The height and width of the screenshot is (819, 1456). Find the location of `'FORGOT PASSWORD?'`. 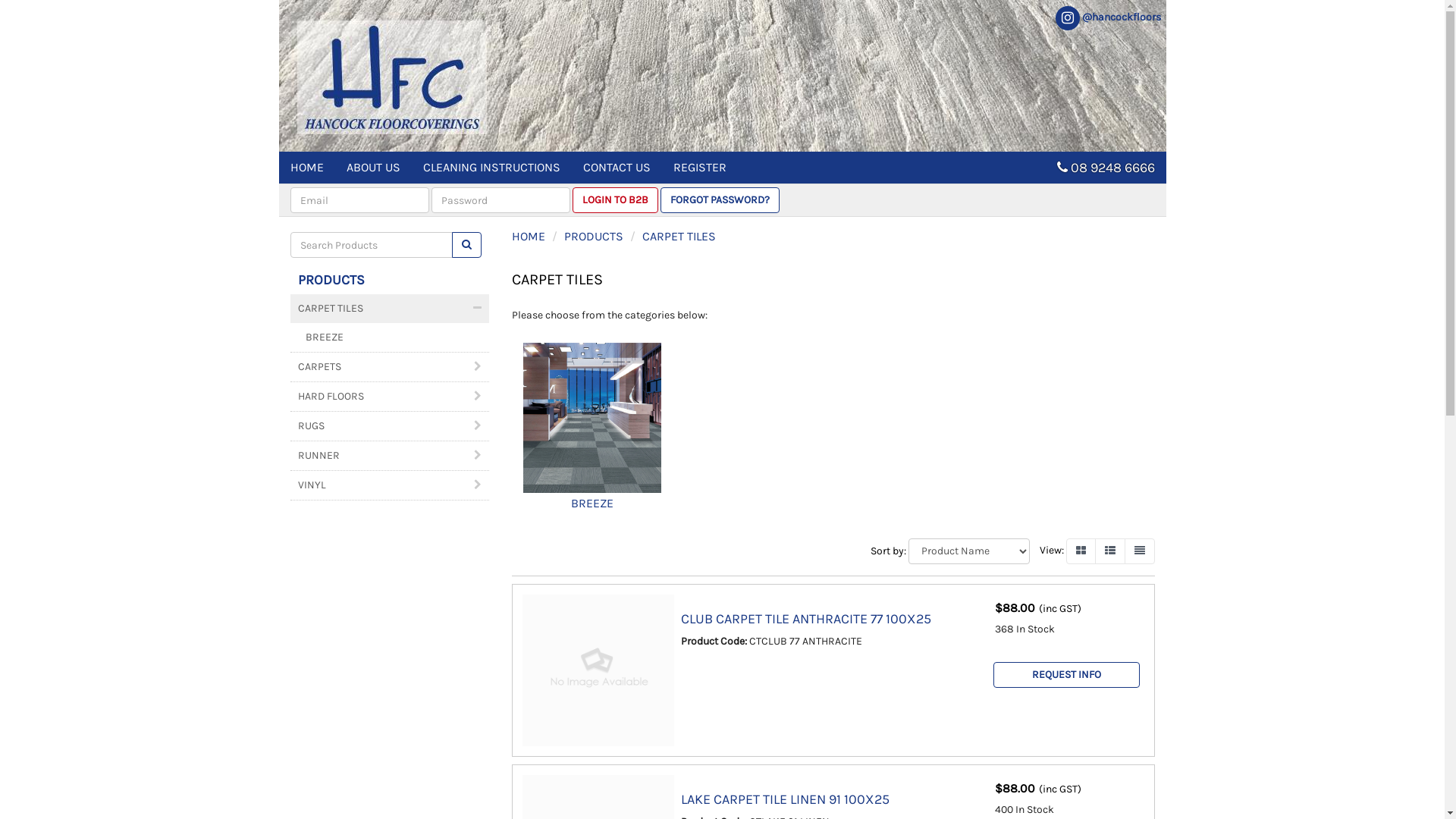

'FORGOT PASSWORD?' is located at coordinates (659, 199).